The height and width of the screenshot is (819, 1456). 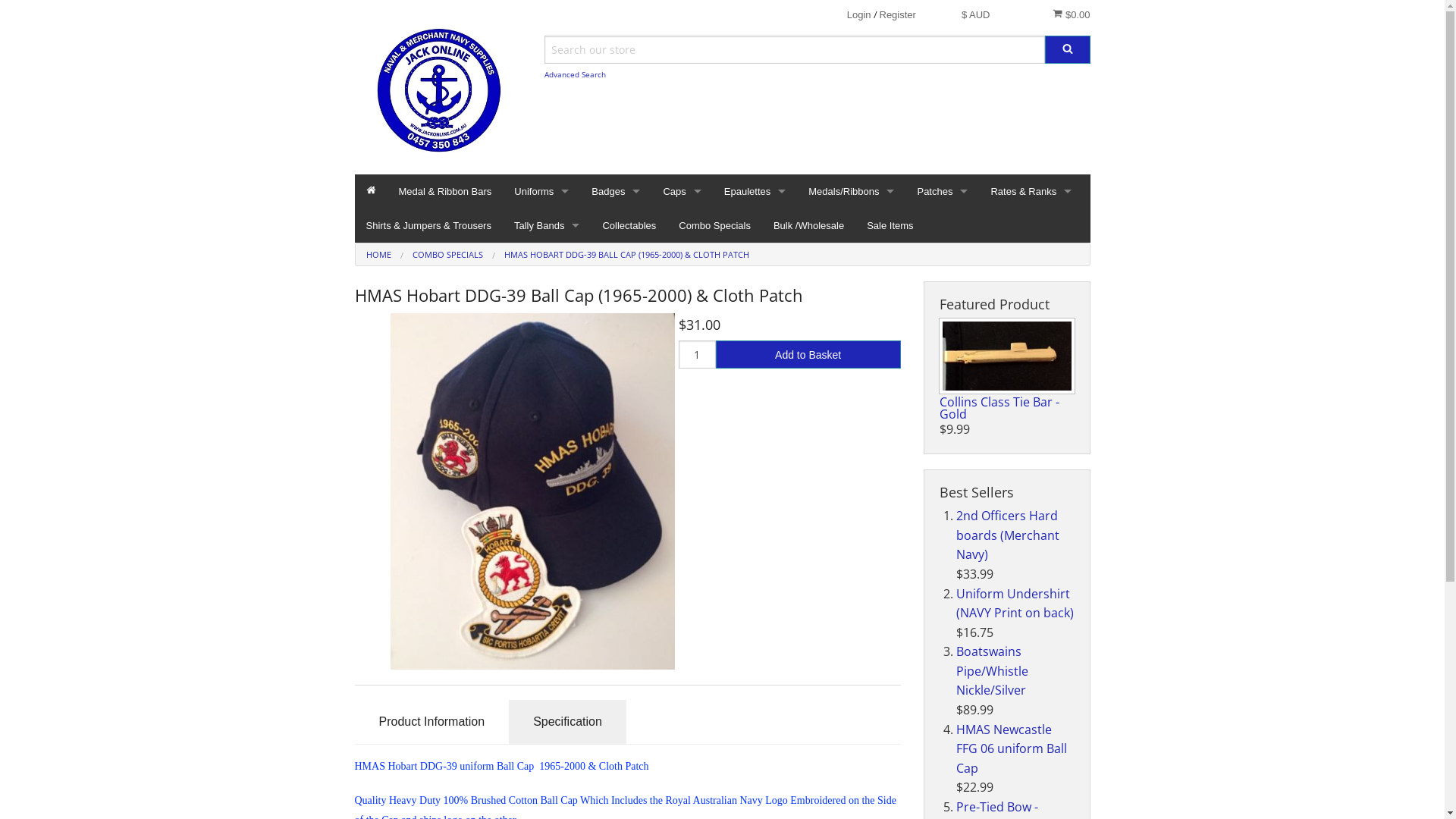 What do you see at coordinates (1031, 190) in the screenshot?
I see `'Rates & Ranks'` at bounding box center [1031, 190].